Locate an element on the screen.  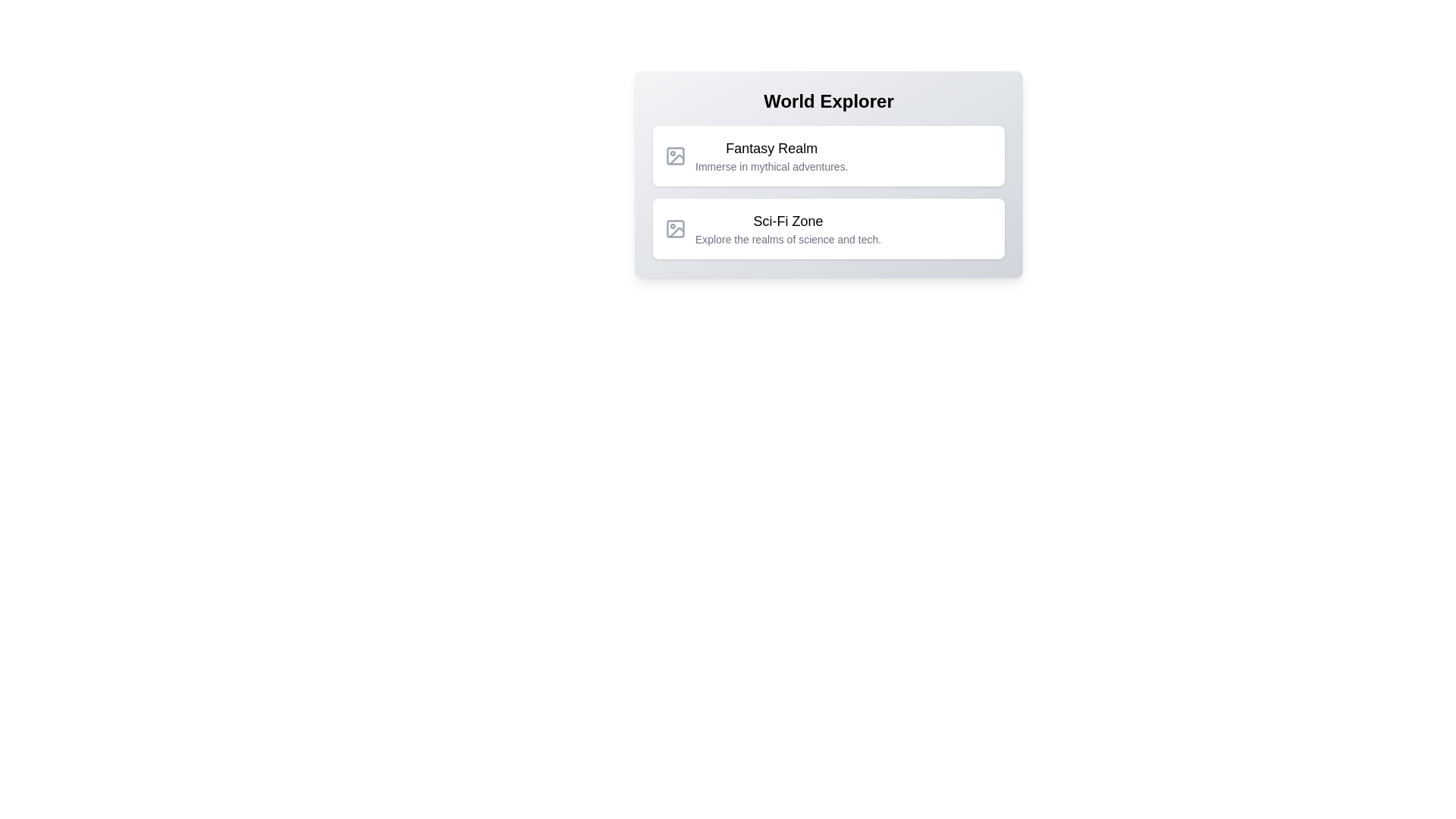
the small, iconographic image placeholder located in the left segment of the 'Fantasy Realm' card, which features a rounded square outline and a circular shape in the top left corner is located at coordinates (675, 155).